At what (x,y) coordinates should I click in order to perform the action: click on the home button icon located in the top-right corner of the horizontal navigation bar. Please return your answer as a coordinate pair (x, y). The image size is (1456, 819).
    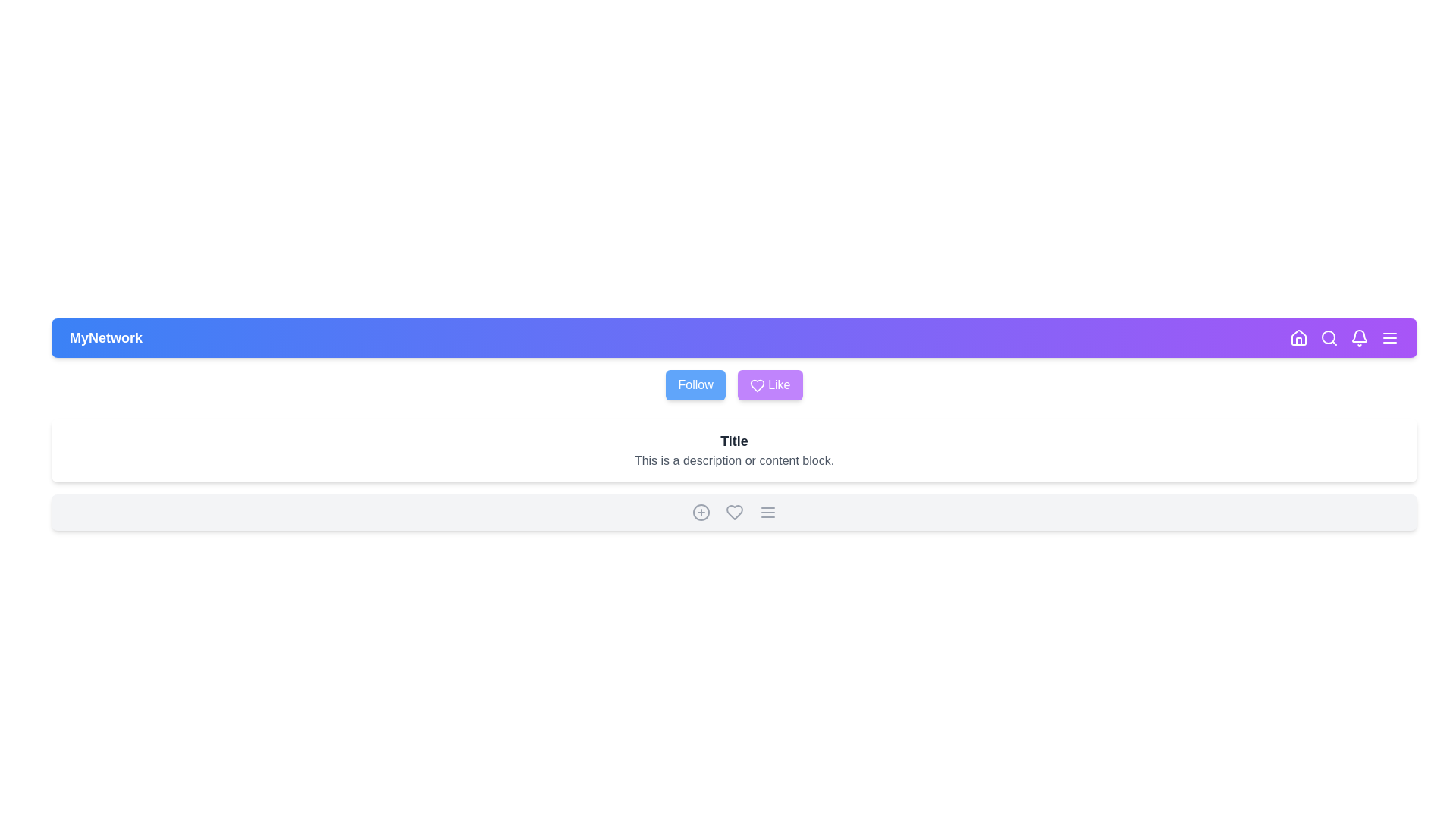
    Looking at the image, I should click on (1298, 337).